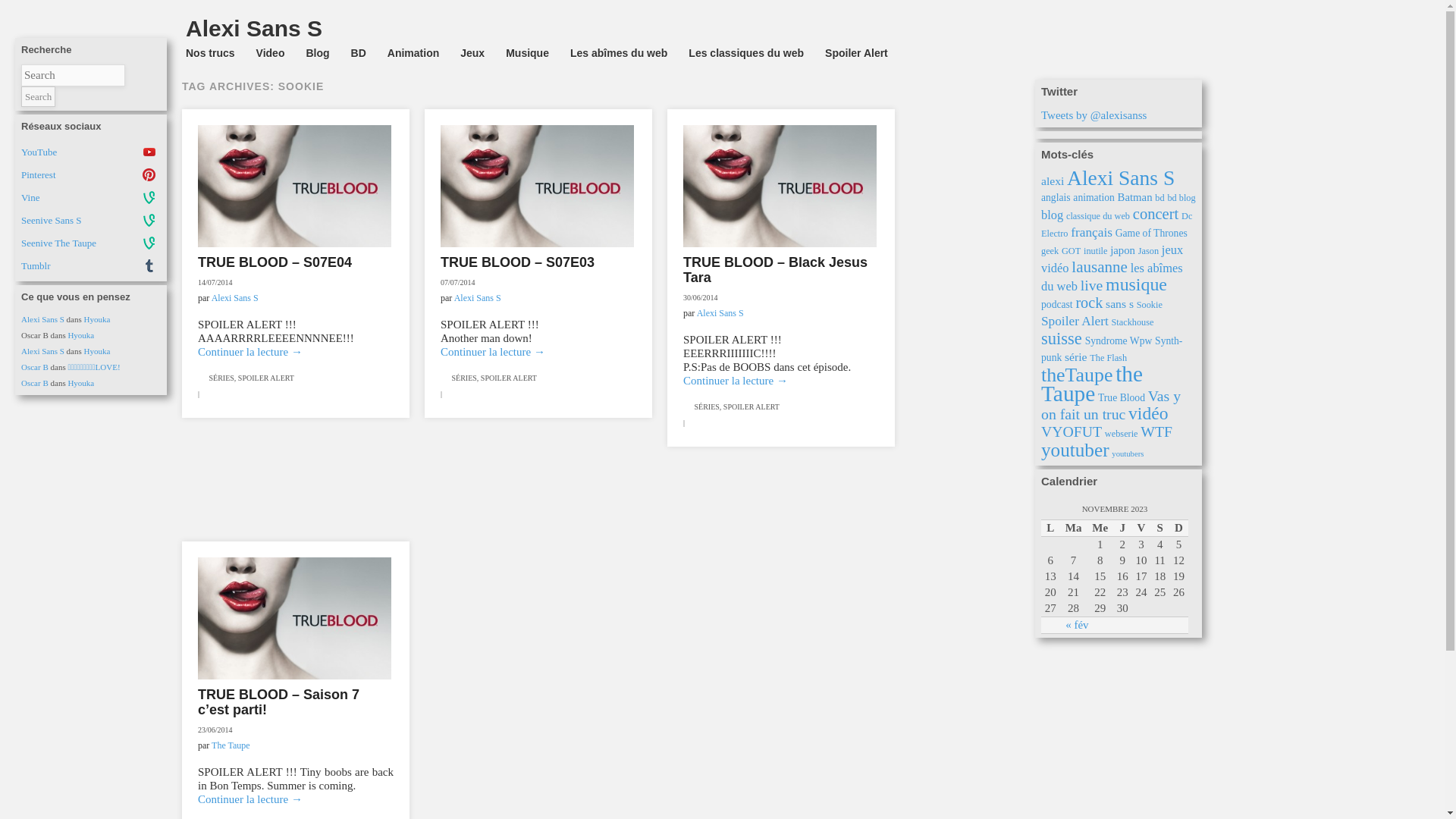 The image size is (1456, 819). I want to click on 'Jason', so click(1148, 250).